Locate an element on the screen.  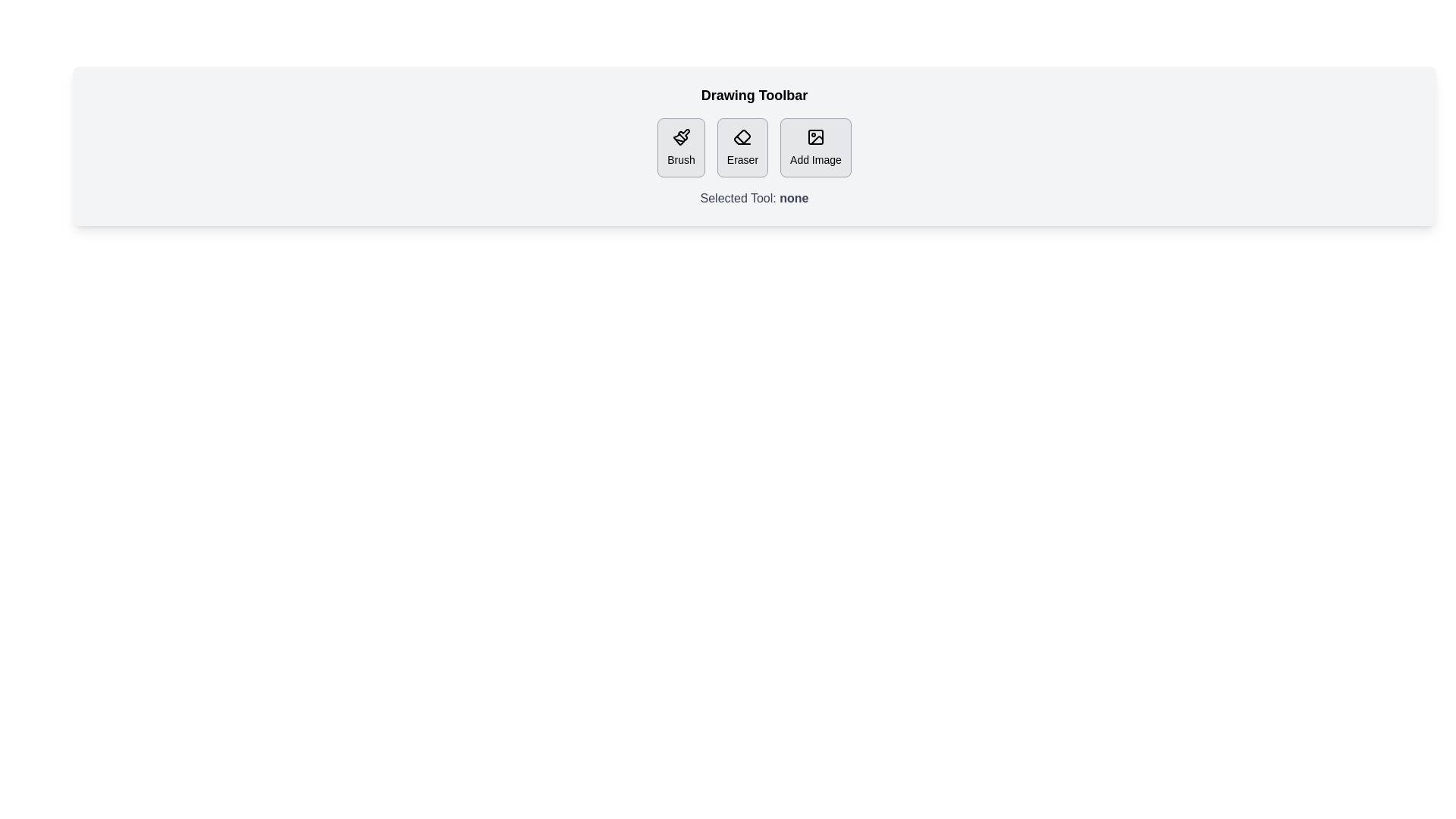
'Add Image' button to select it as the active tool is located at coordinates (814, 148).